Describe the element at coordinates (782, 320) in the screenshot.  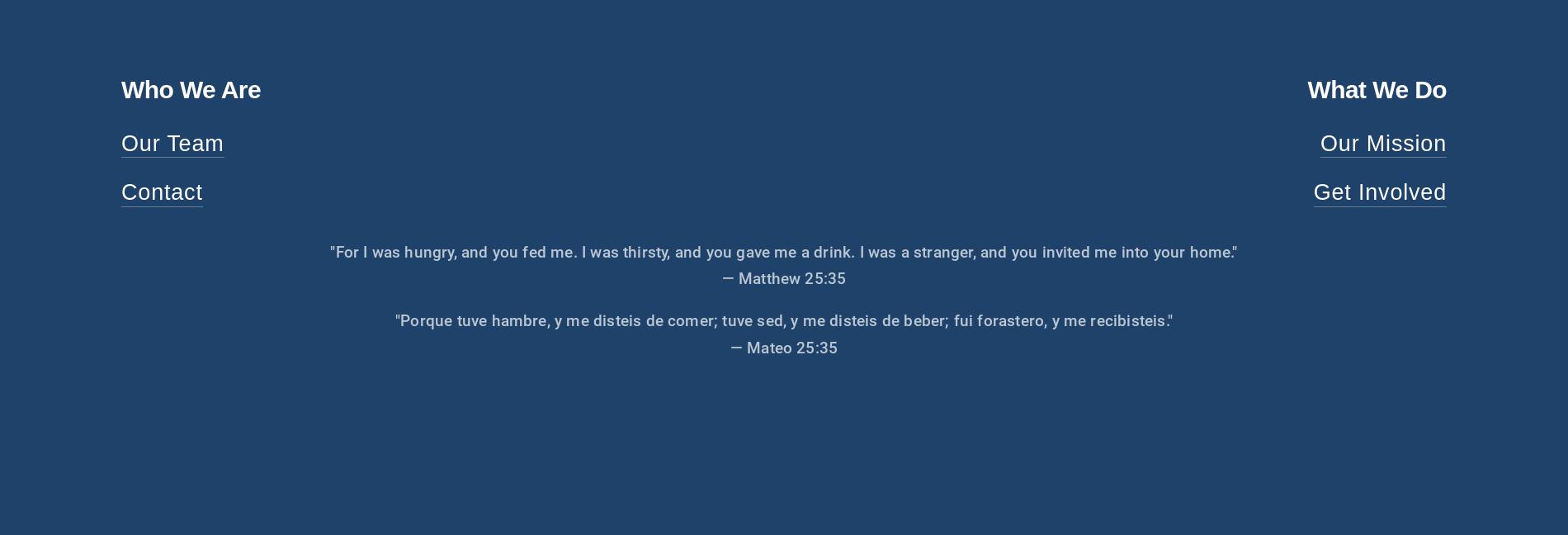
I see `'"Porque tuve hambre, y me disteis de comer; tuve sed, y me disteis de beber; fui forastero, y me recibisteis."'` at that location.